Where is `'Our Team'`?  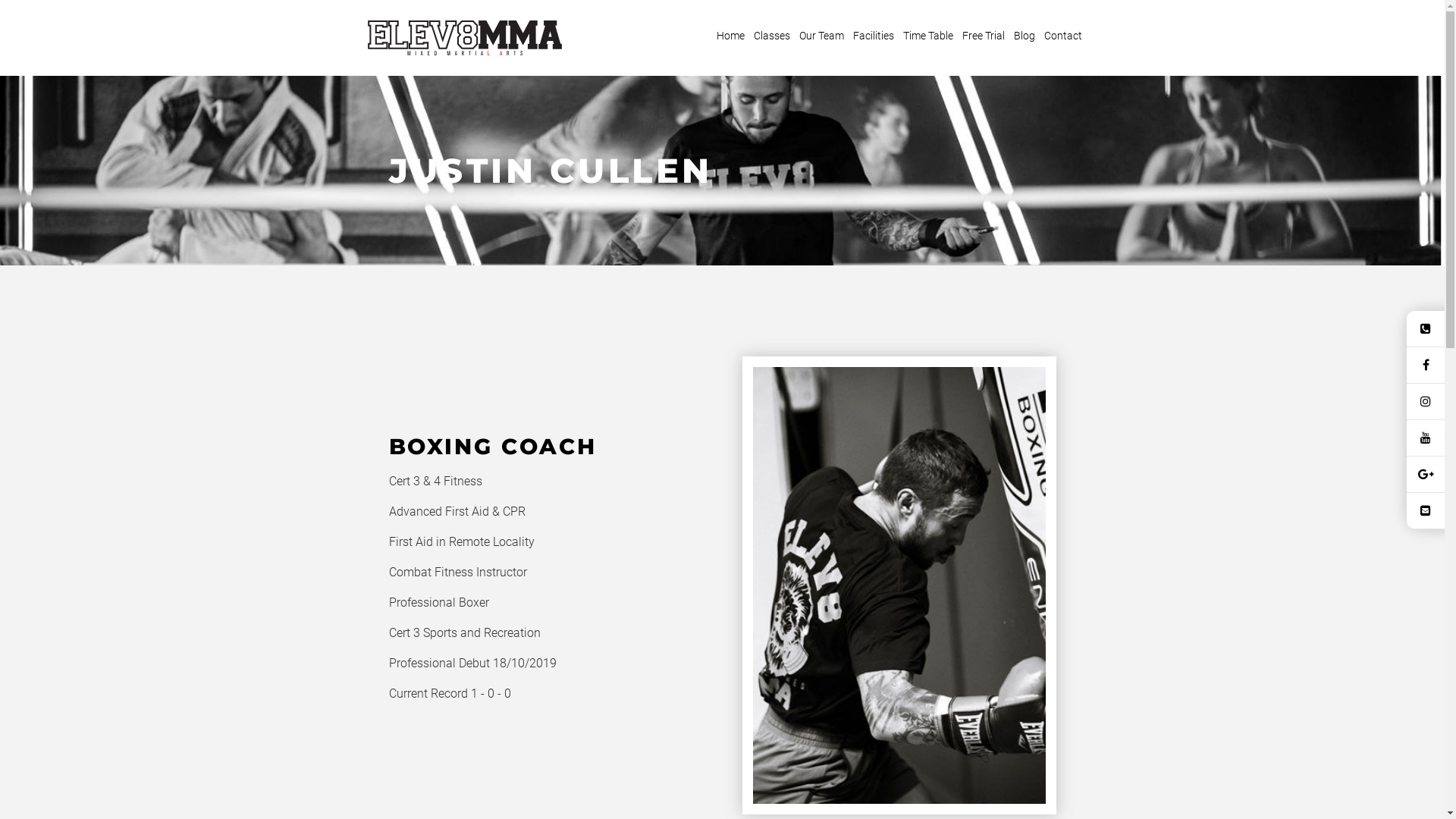
'Our Team' is located at coordinates (793, 35).